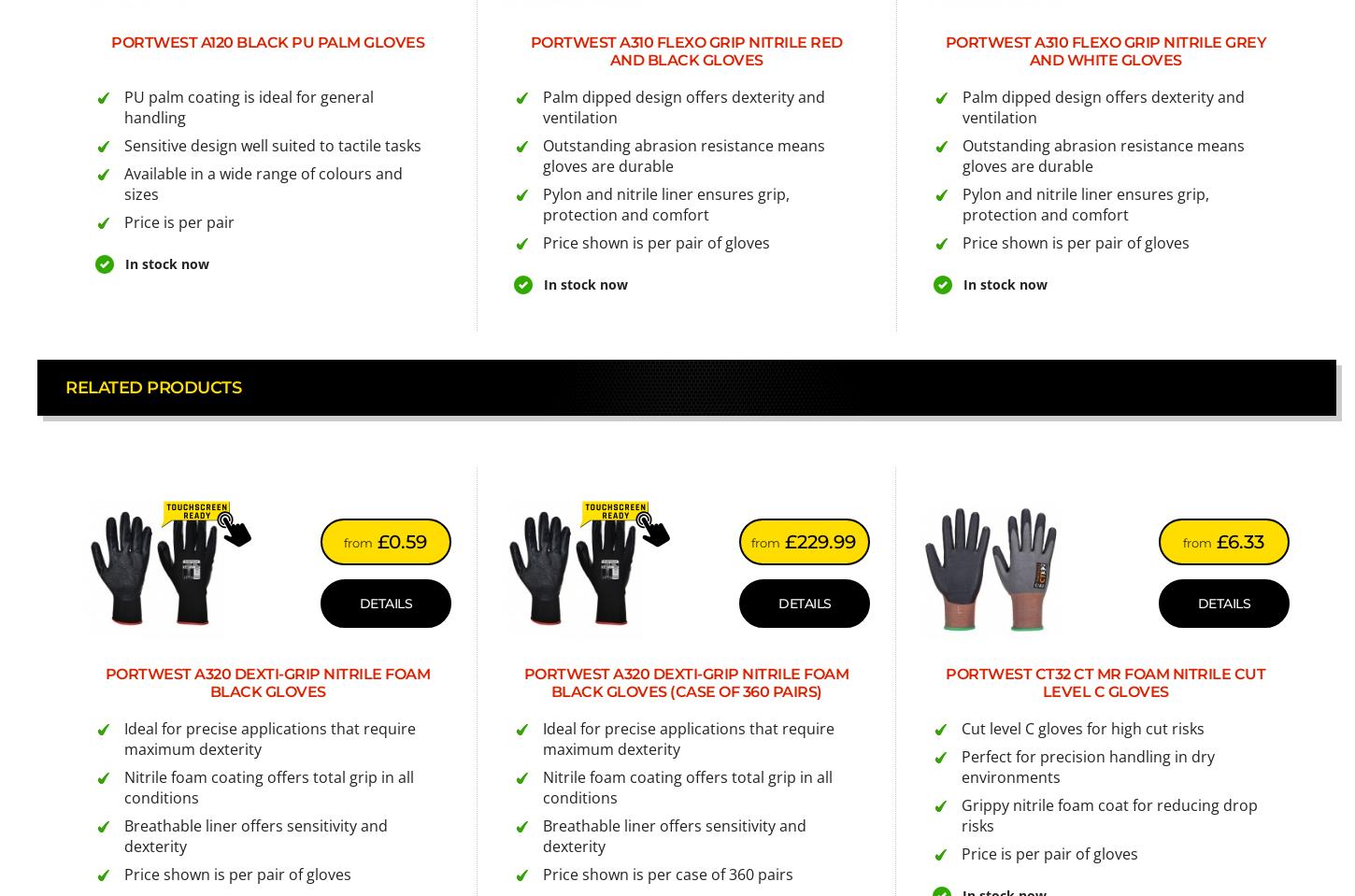 This screenshot has height=896, width=1355. I want to click on 'Cut level C gloves for high cut risks', so click(1081, 728).